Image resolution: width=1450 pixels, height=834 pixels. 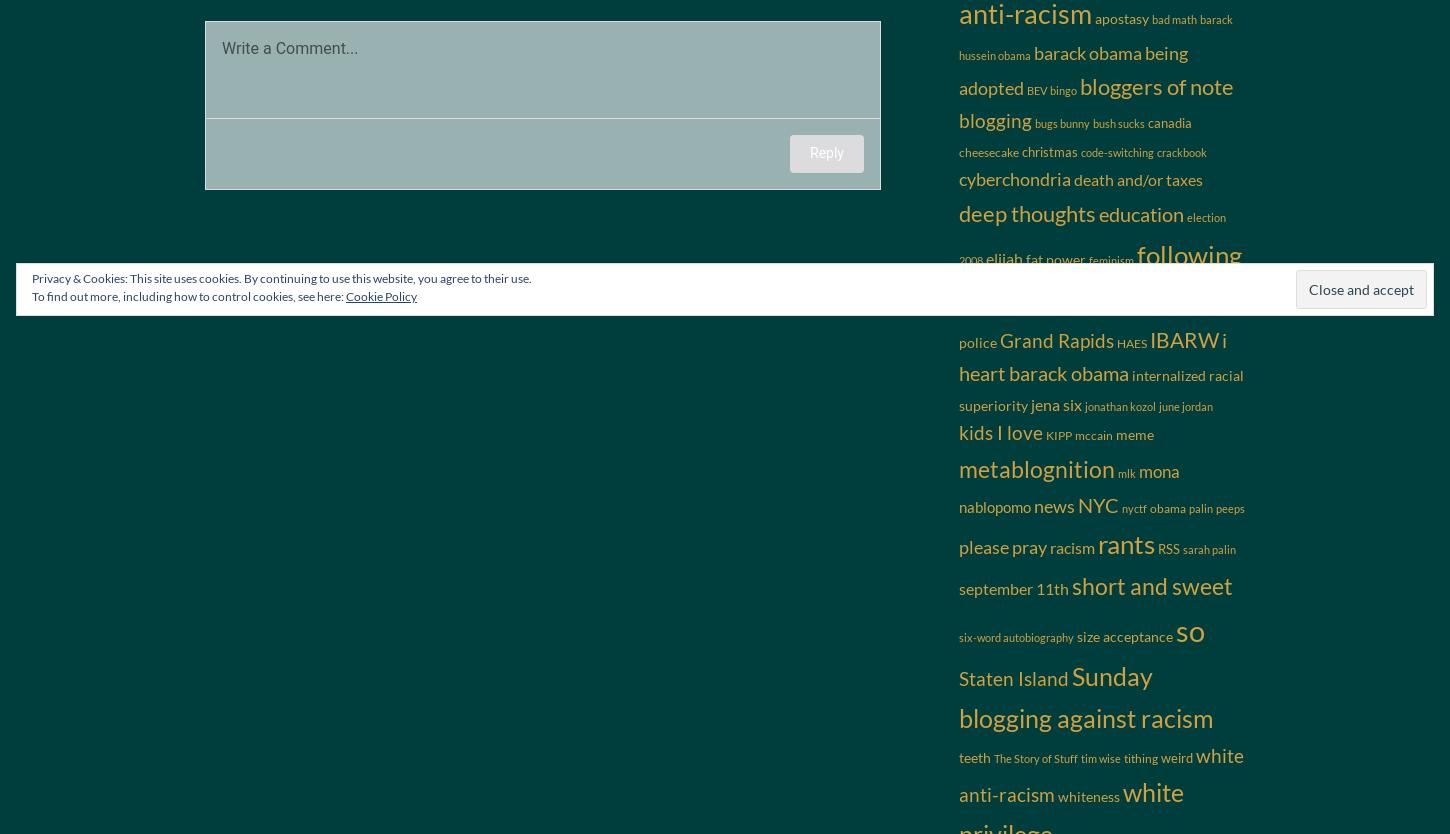 I want to click on 'christmas', so click(x=1049, y=152).